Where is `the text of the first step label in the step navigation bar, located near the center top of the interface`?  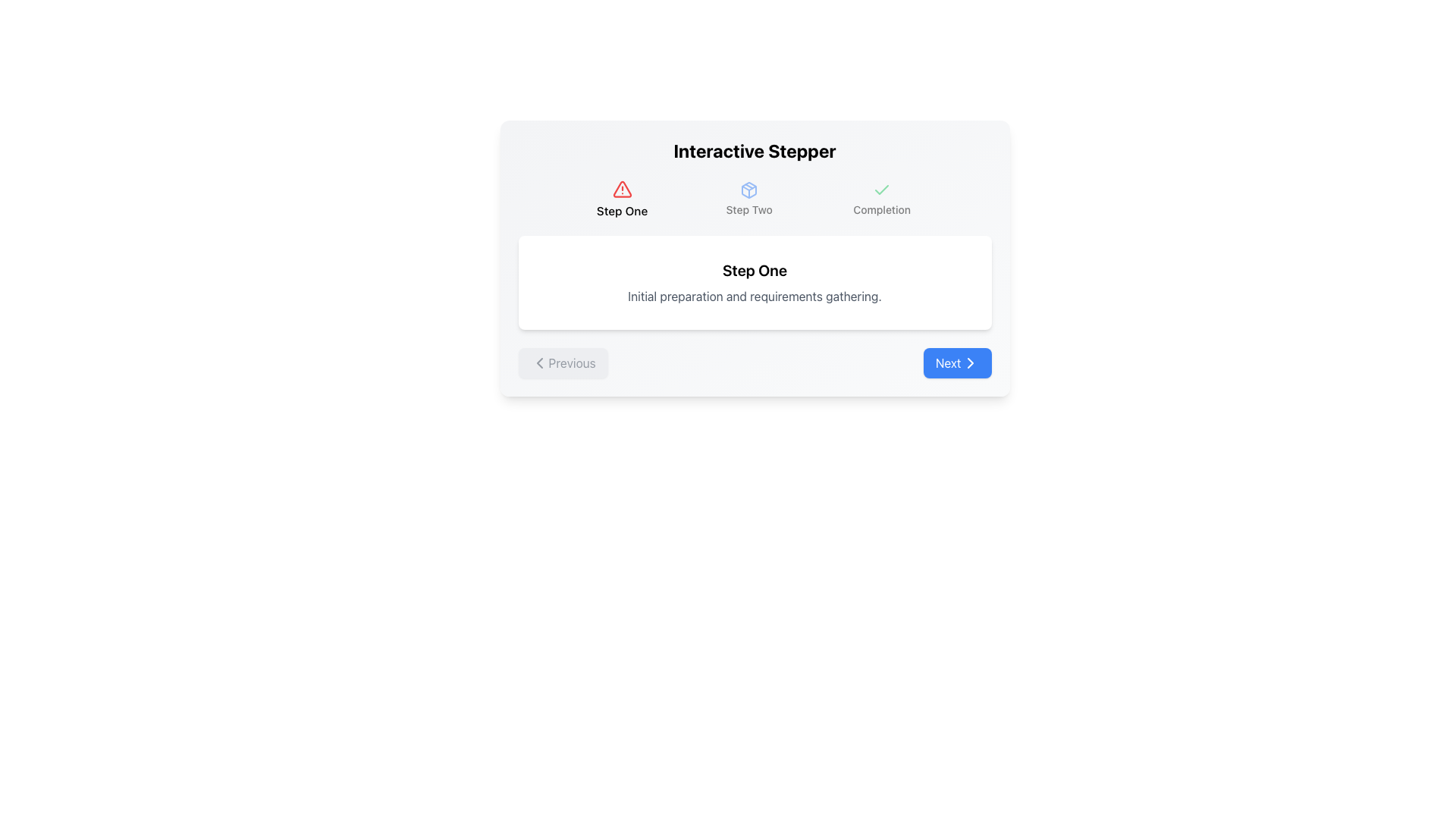
the text of the first step label in the step navigation bar, located near the center top of the interface is located at coordinates (622, 211).